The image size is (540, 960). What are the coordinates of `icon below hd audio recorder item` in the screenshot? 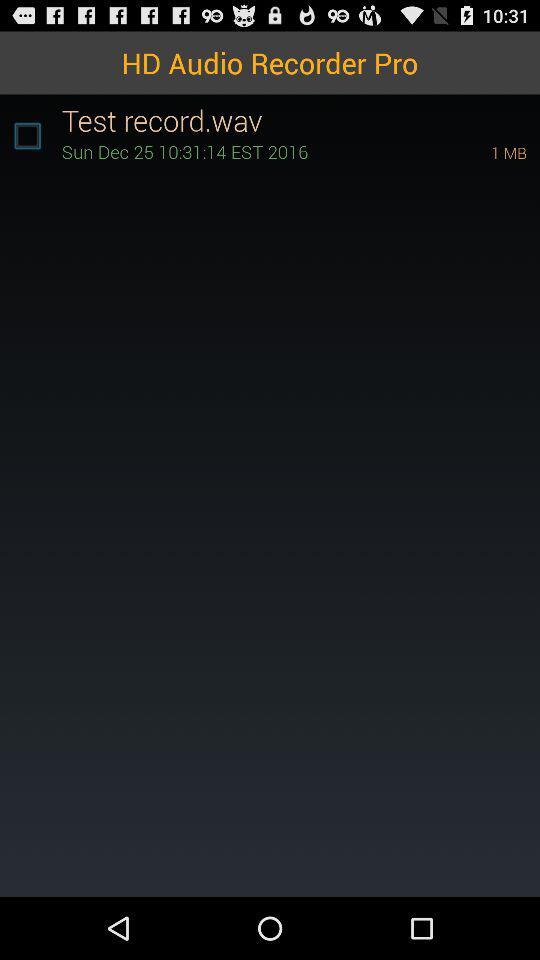 It's located at (299, 120).